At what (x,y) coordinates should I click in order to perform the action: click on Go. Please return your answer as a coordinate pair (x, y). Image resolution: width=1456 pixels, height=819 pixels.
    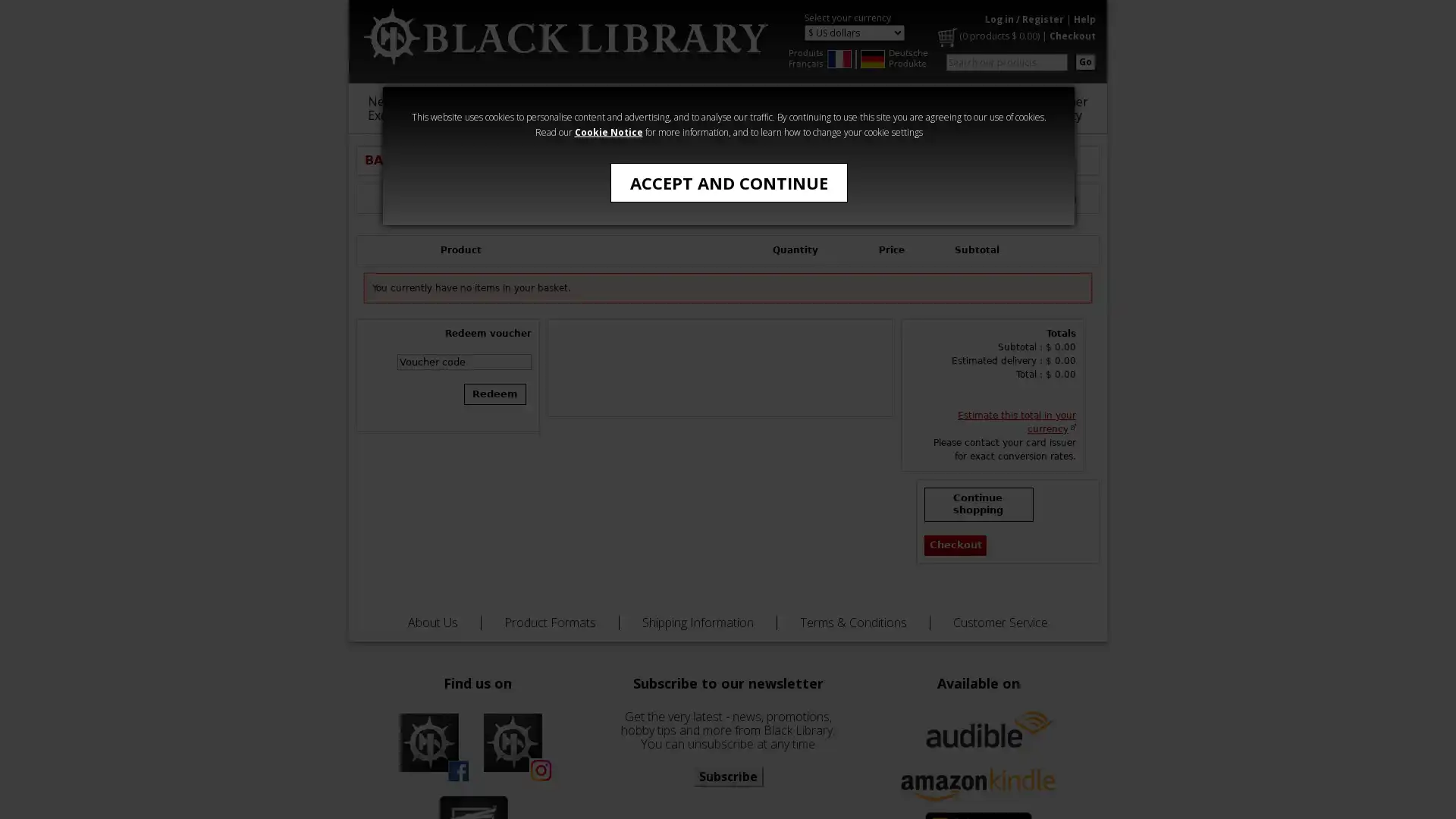
    Looking at the image, I should click on (1084, 61).